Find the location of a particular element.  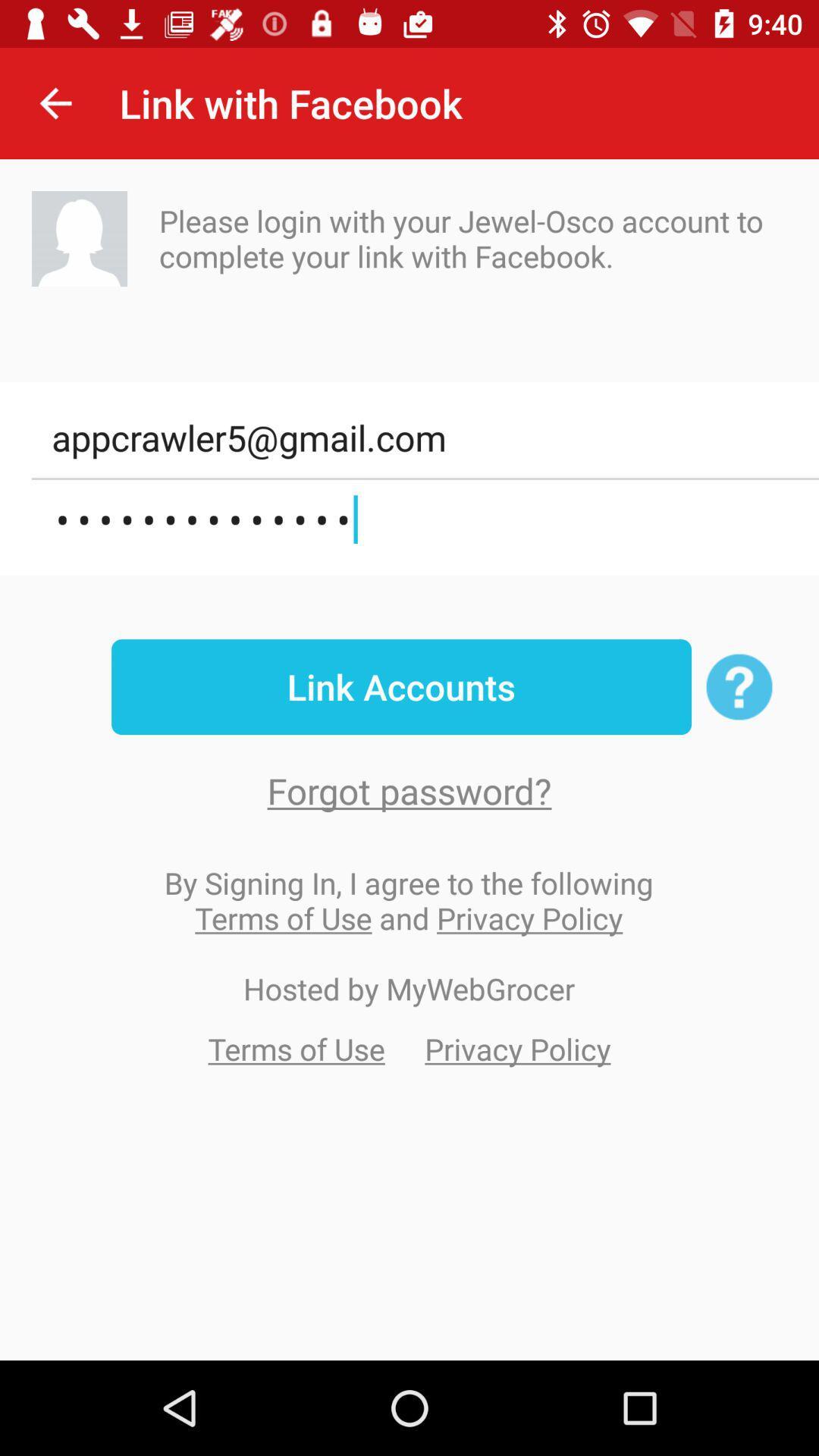

icon above link accounts is located at coordinates (425, 519).